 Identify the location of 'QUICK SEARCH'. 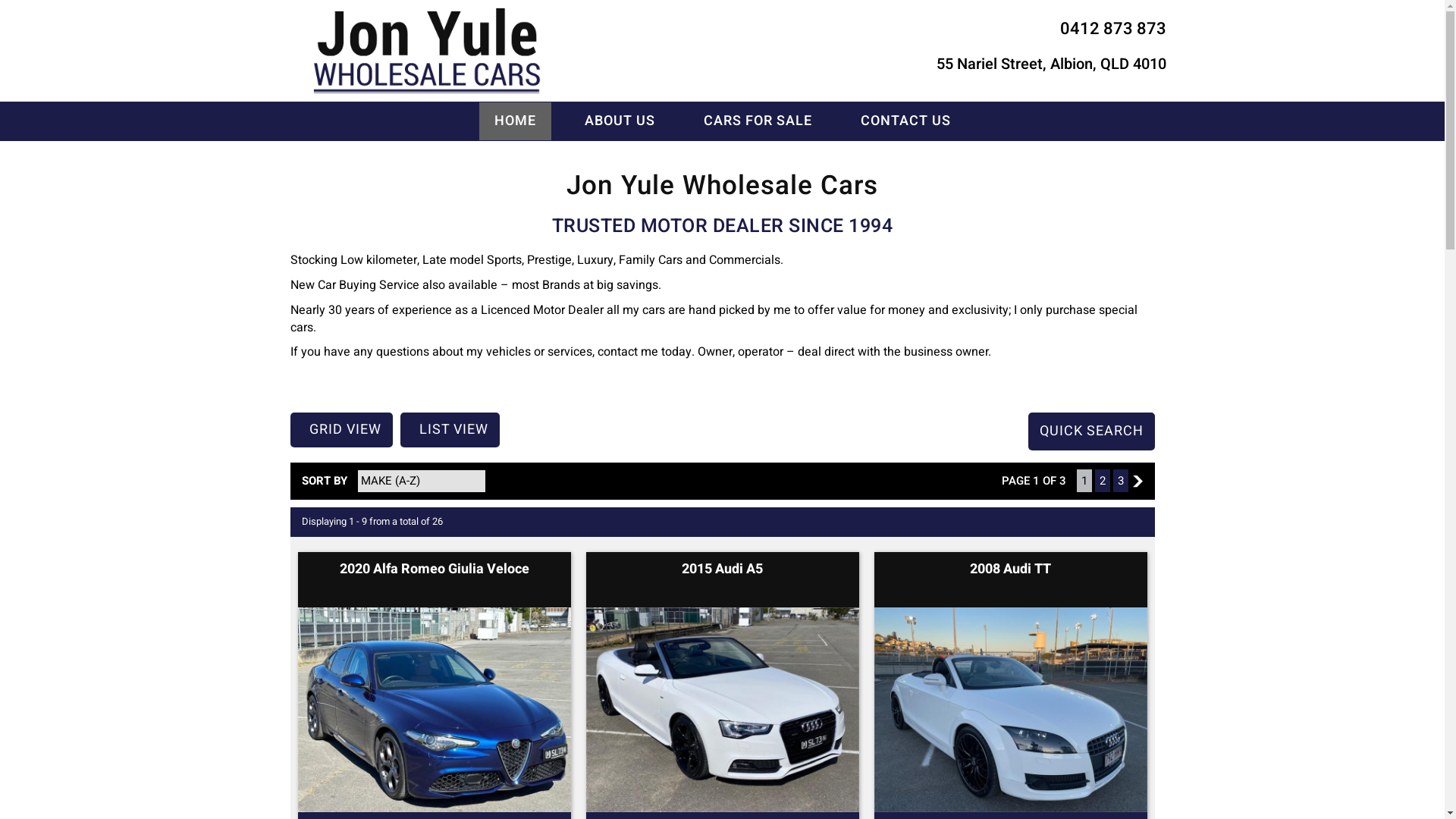
(1090, 431).